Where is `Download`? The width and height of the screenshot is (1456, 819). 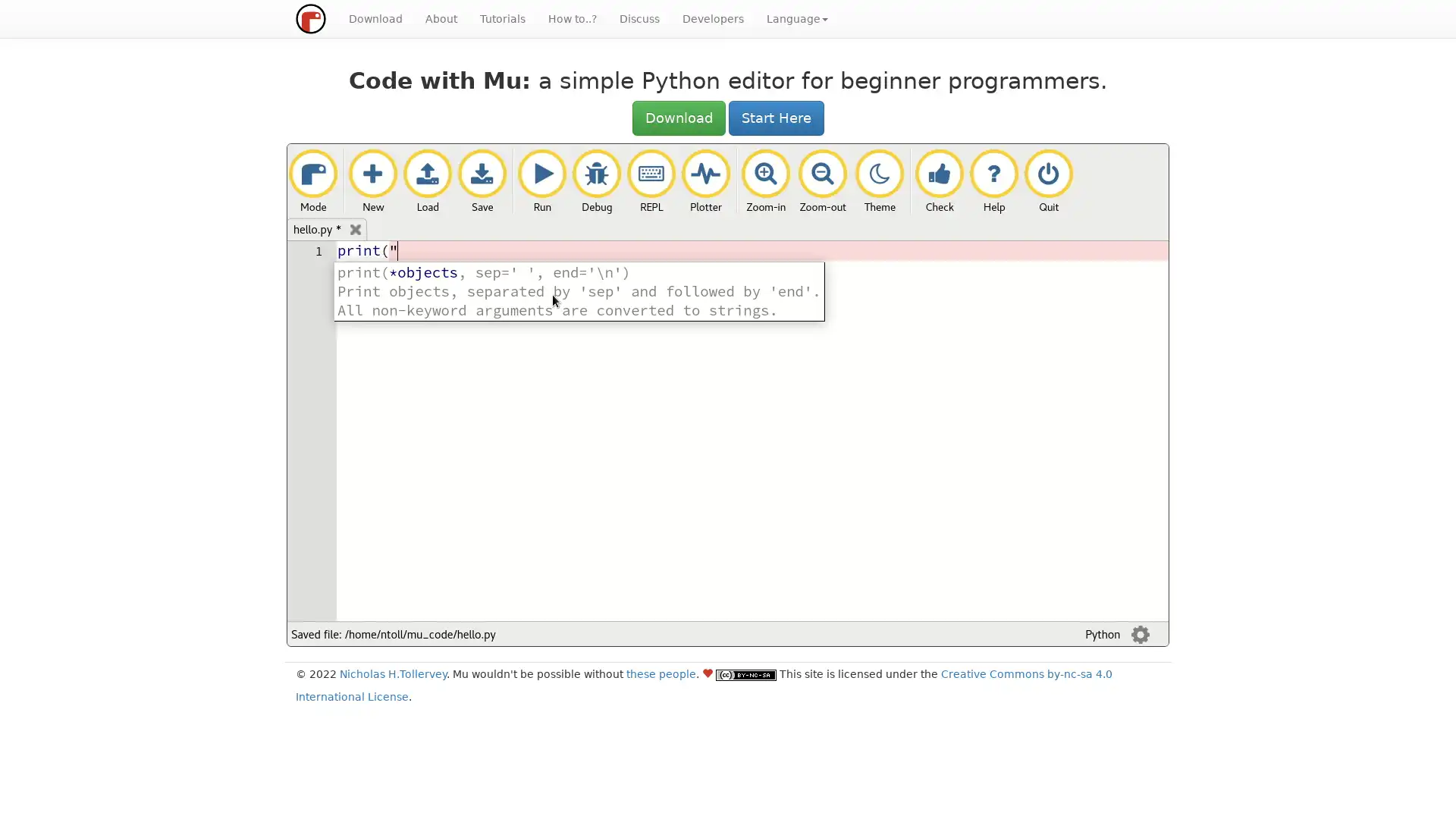
Download is located at coordinates (677, 117).